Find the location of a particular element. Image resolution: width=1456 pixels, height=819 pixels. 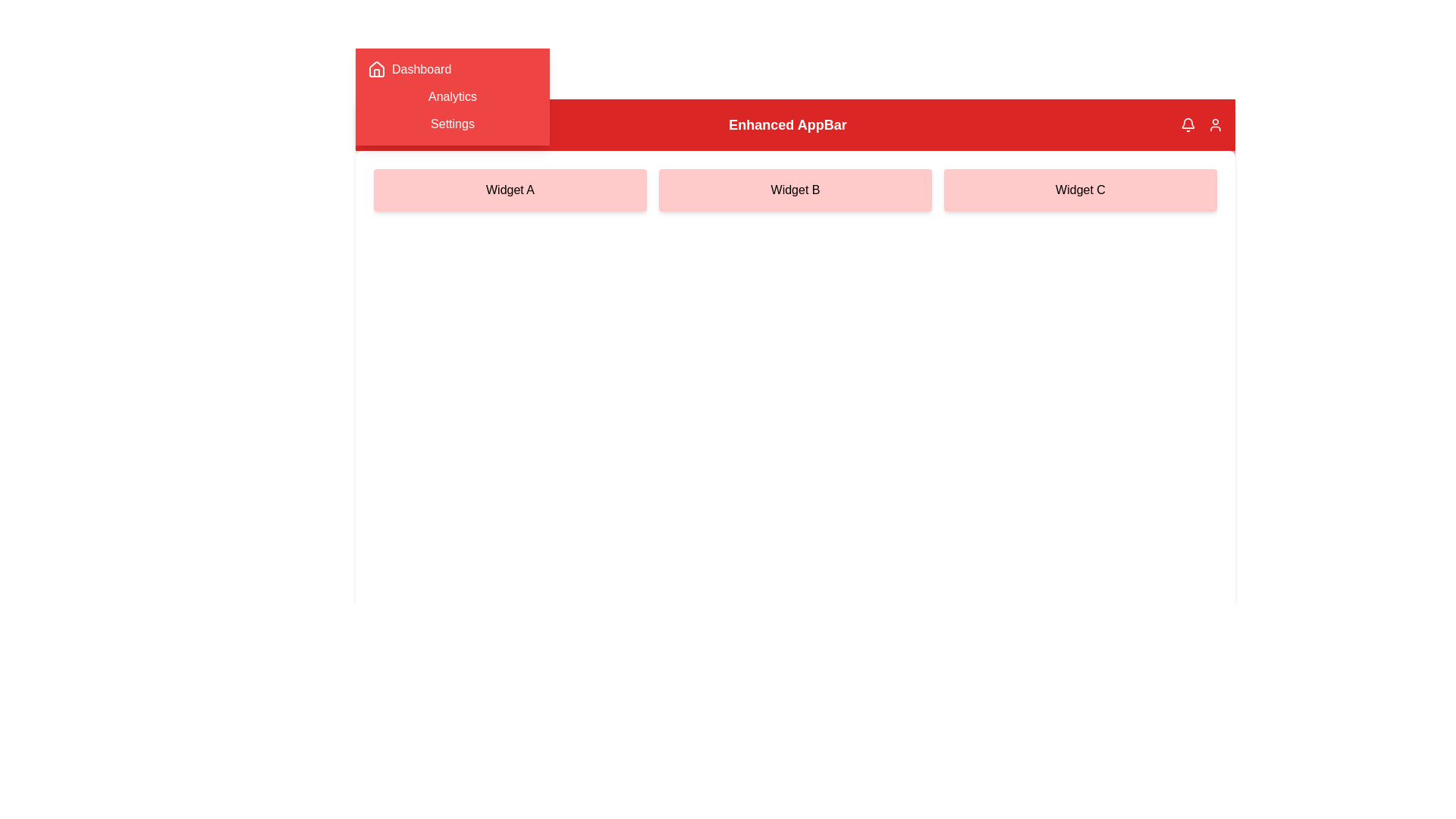

the navigation menu item Settings is located at coordinates (451, 124).